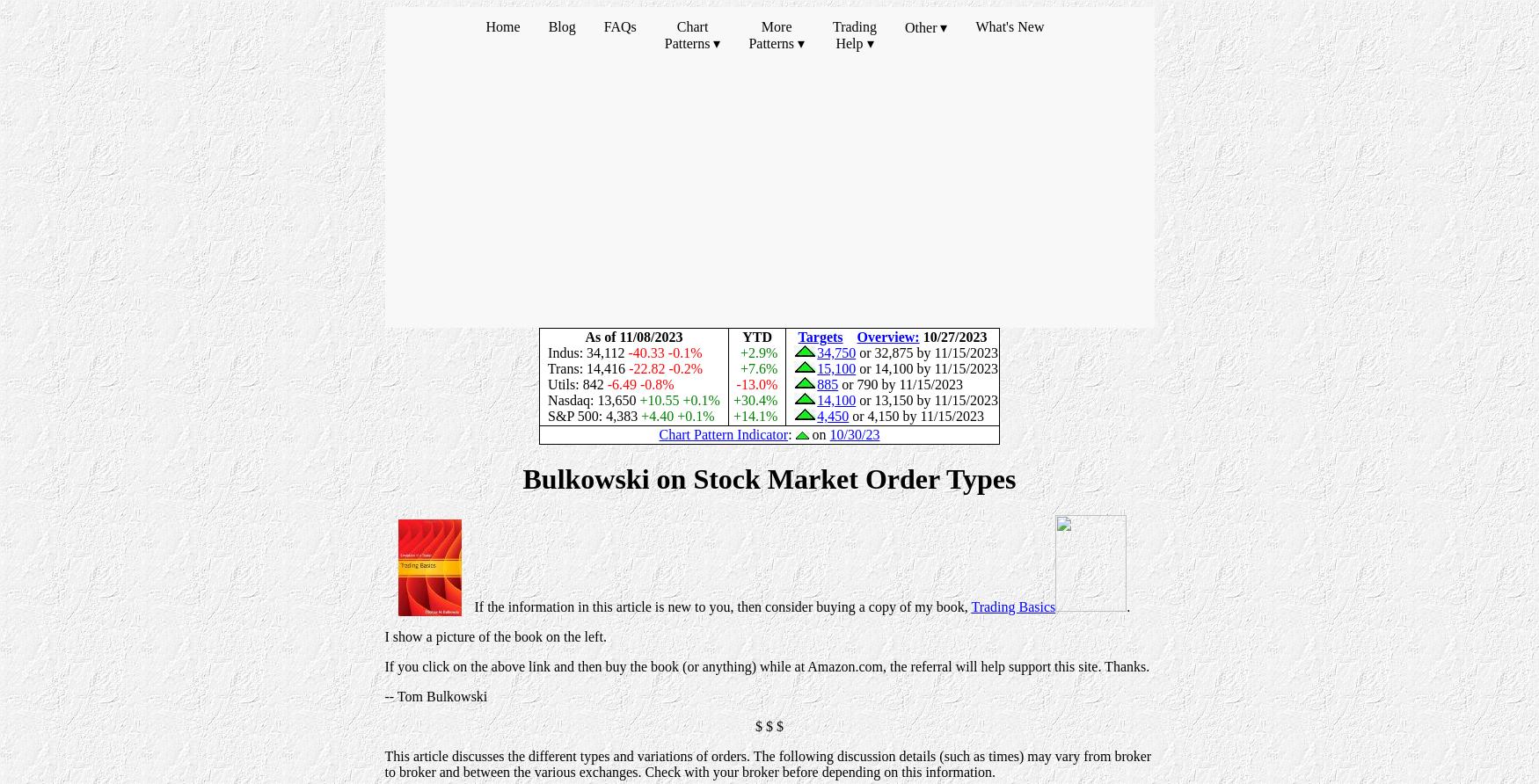  What do you see at coordinates (435, 694) in the screenshot?
I see `'-- Tom Bulkowski'` at bounding box center [435, 694].